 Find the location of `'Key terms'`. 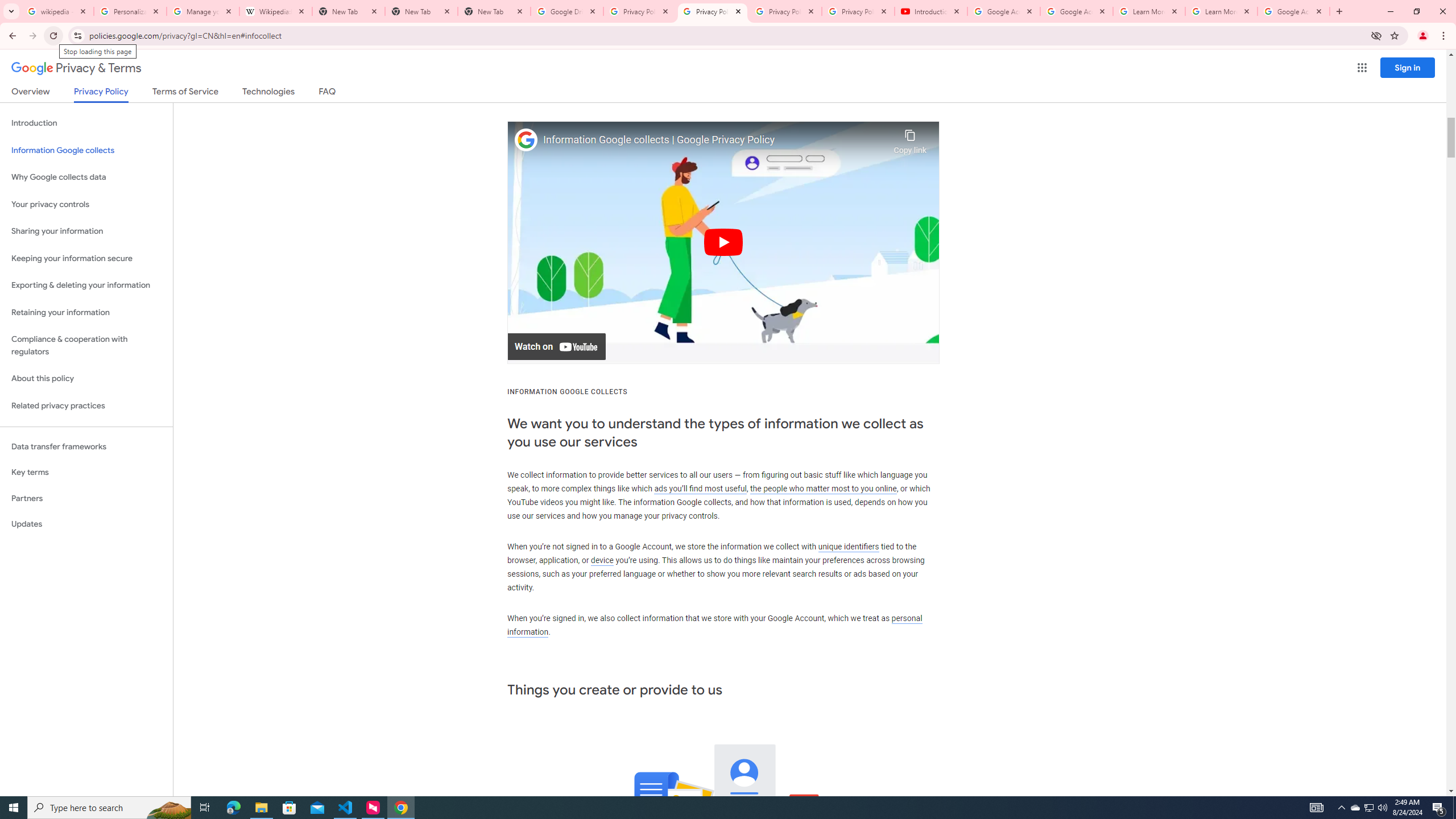

'Key terms' is located at coordinates (86, 472).